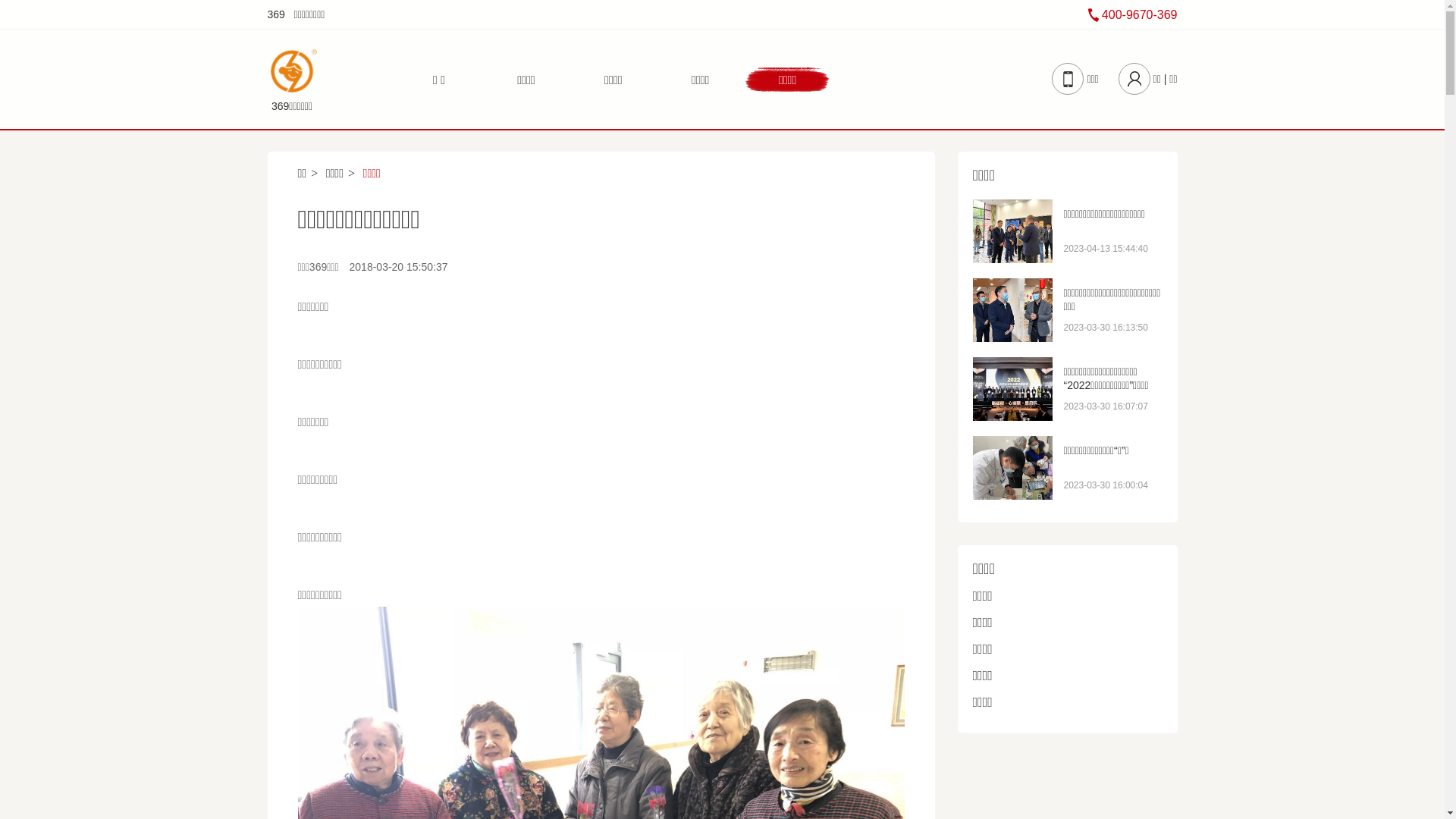 This screenshot has height=819, width=1456. I want to click on '400-9670-369', so click(1132, 14).